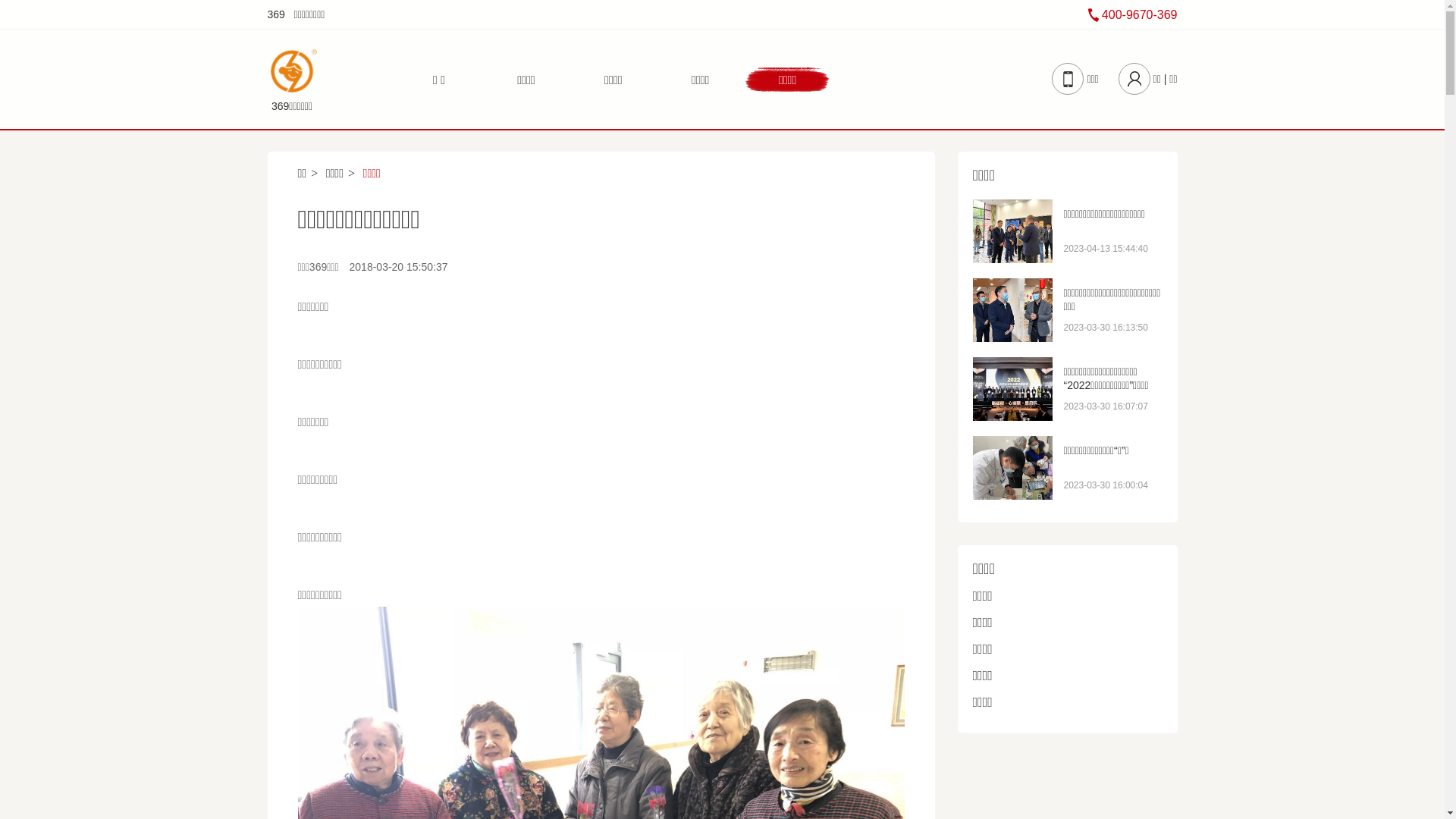 This screenshot has height=819, width=1456. I want to click on '400-9670-369', so click(1132, 14).